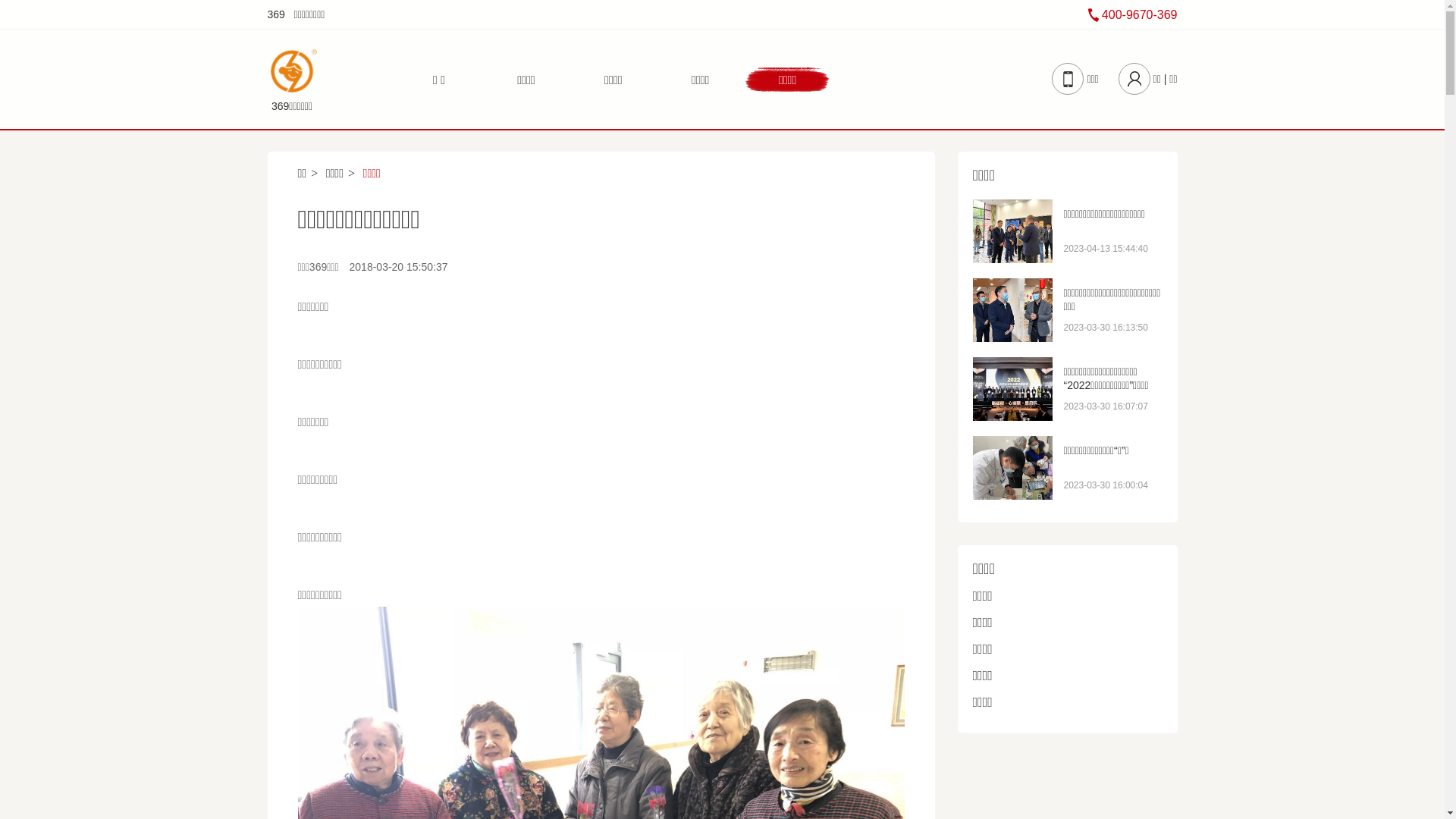 This screenshot has height=819, width=1456. I want to click on '400-9670-369', so click(1132, 14).